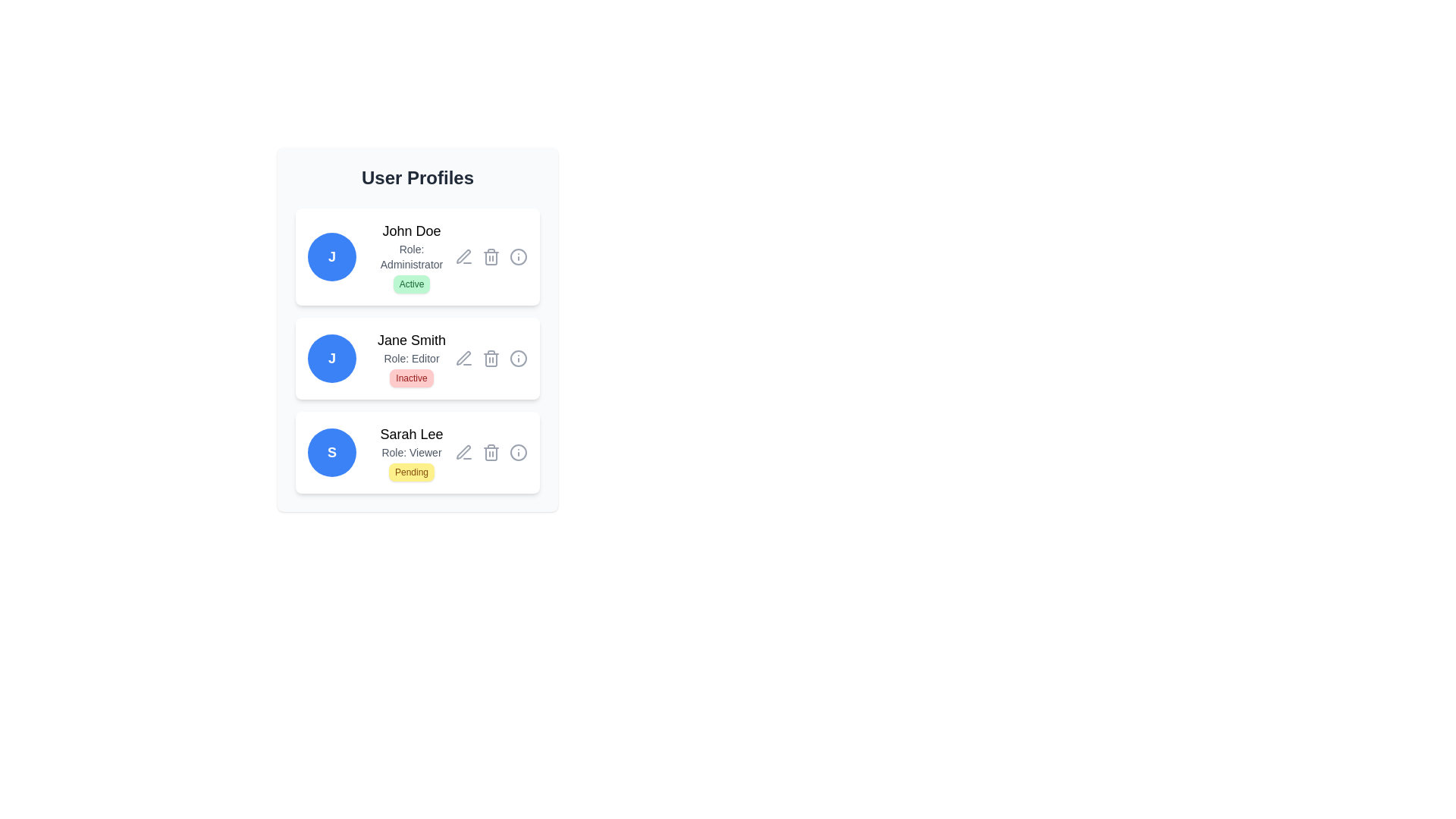 This screenshot has width=1456, height=819. Describe the element at coordinates (331, 359) in the screenshot. I see `the profile icon for 'Jane Smith', located in the middle of the user profile list, specifically in the leftmost section` at that location.